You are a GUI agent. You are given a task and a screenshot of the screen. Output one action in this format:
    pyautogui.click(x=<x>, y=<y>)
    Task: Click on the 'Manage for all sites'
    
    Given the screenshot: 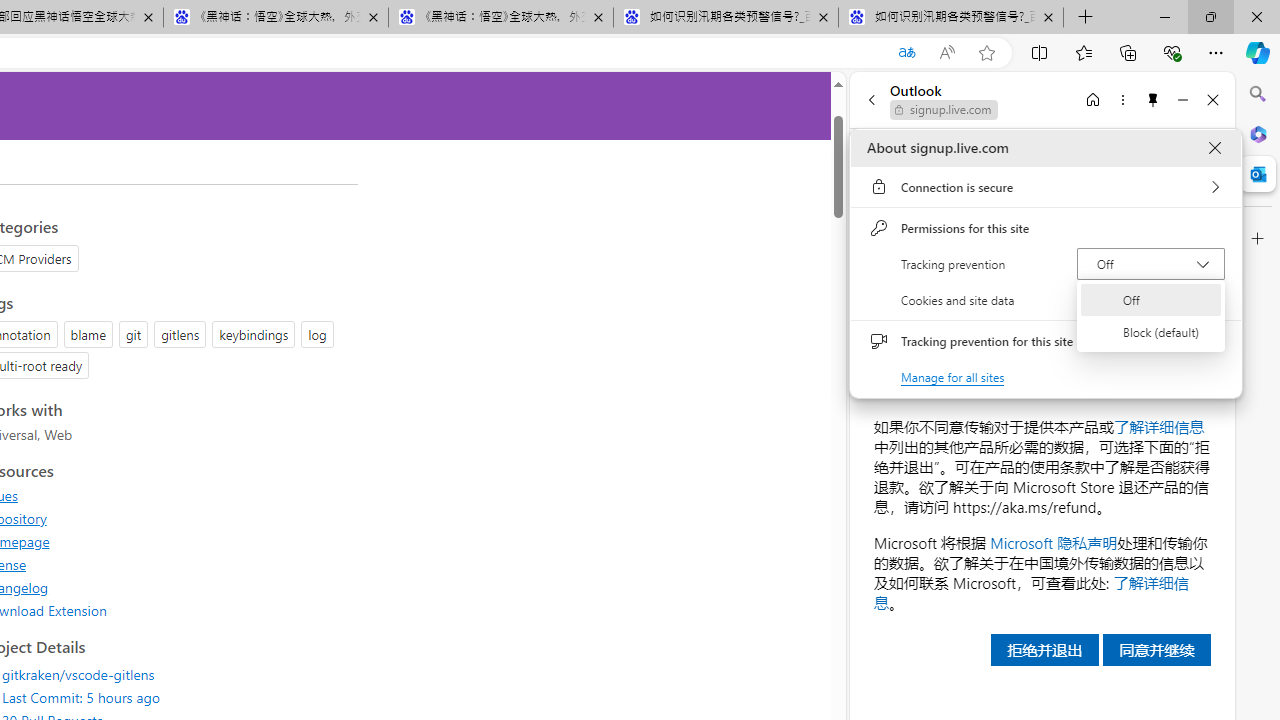 What is the action you would take?
    pyautogui.click(x=951, y=377)
    